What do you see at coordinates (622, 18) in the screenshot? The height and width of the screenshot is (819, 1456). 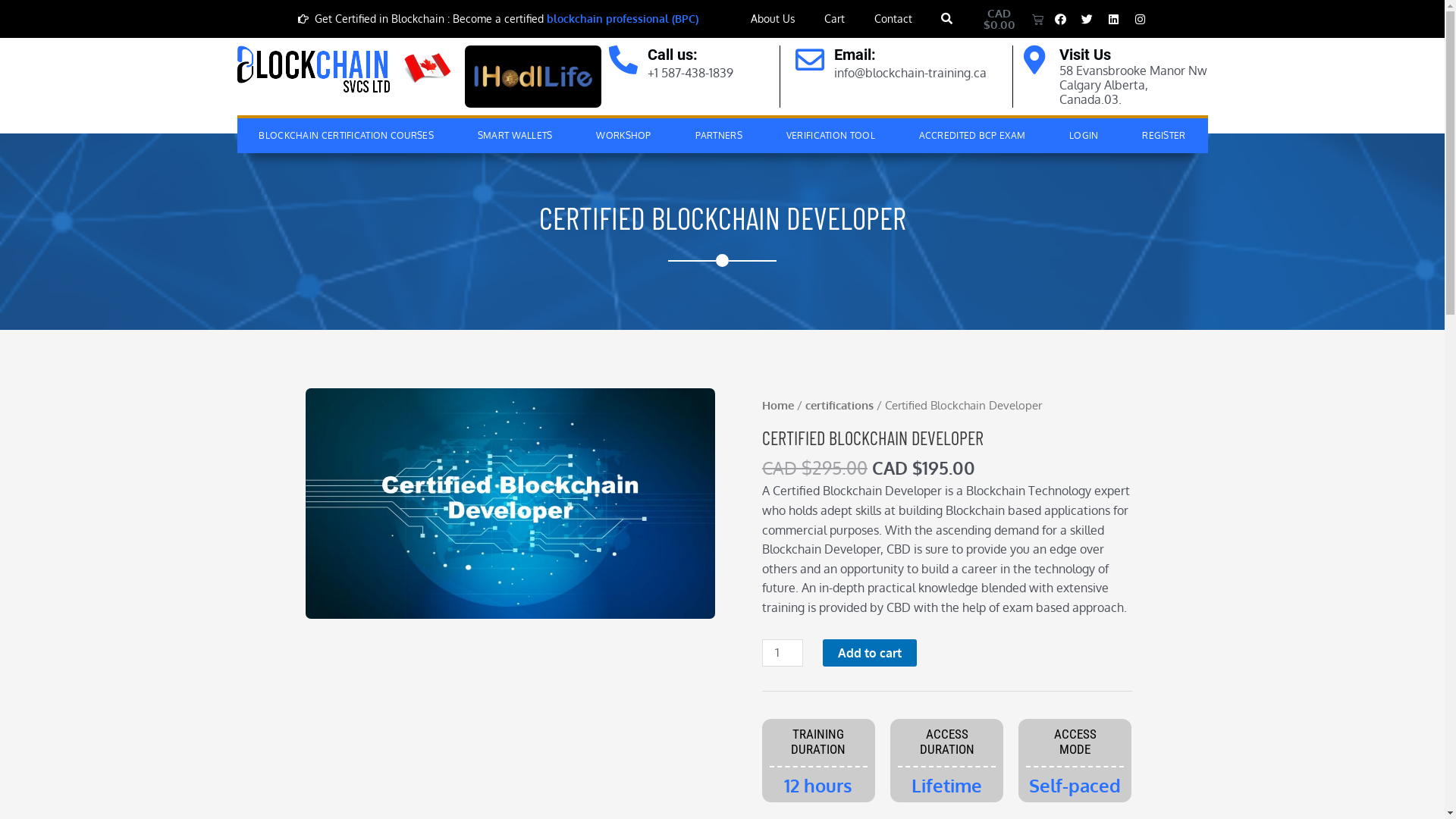 I see `'blockchain professional (BPC)'` at bounding box center [622, 18].